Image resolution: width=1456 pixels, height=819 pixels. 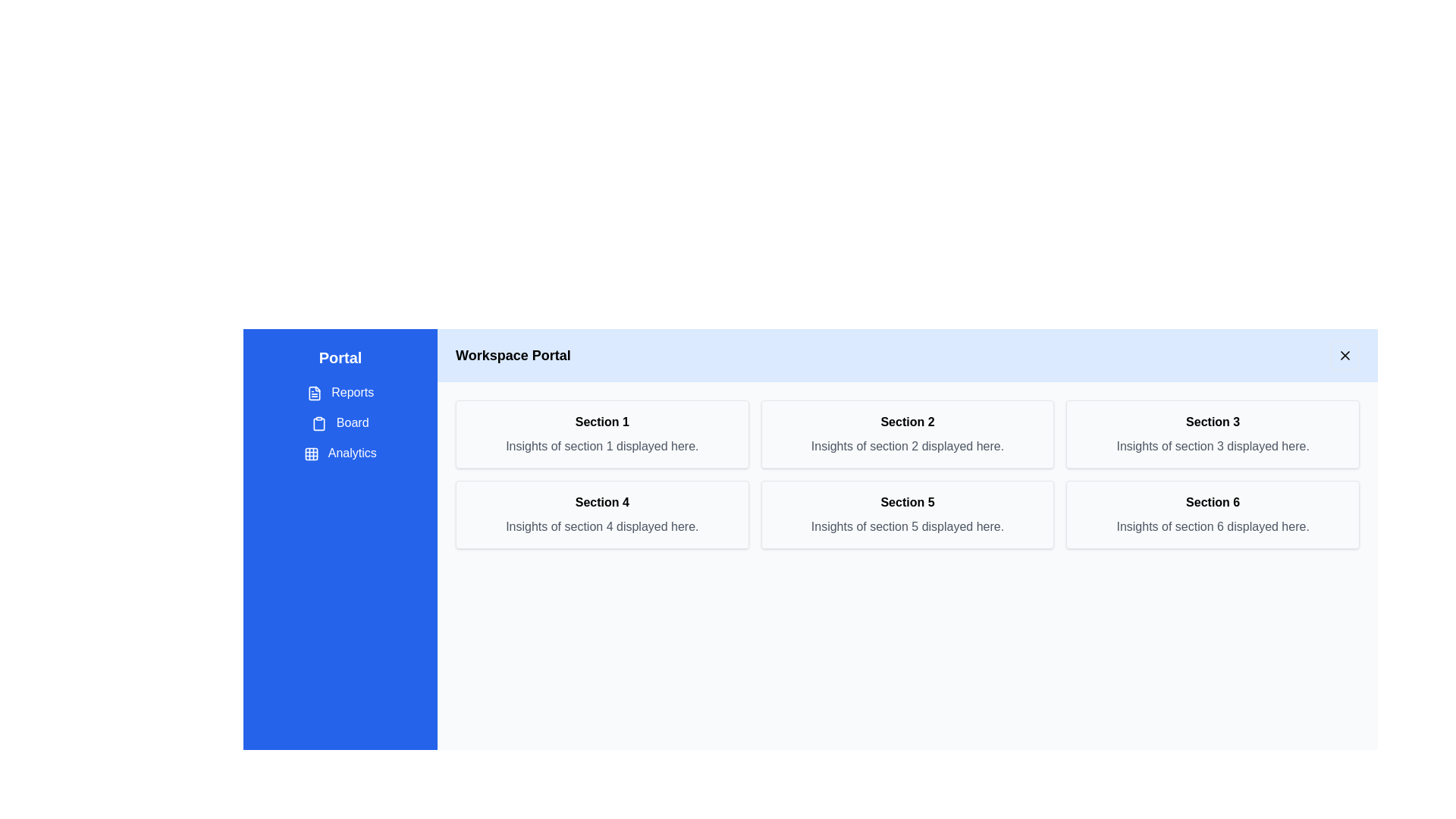 What do you see at coordinates (340, 391) in the screenshot?
I see `the 'Reports' navigation button located in the left sidebar, which is the first button under the 'Portal' header, to observe the hover effect` at bounding box center [340, 391].